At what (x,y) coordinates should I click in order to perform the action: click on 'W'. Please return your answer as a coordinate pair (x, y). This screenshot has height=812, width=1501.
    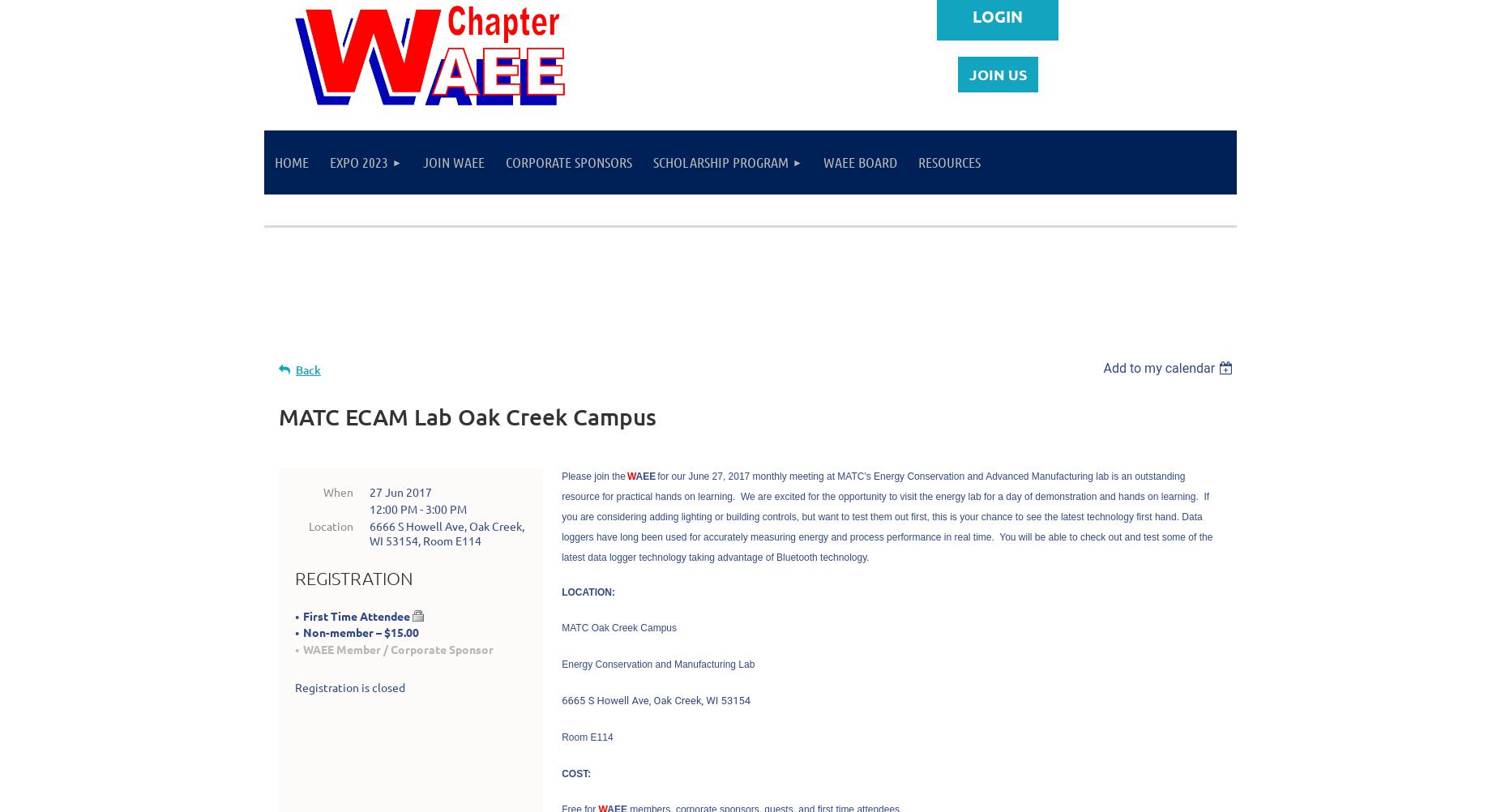
    Looking at the image, I should click on (631, 474).